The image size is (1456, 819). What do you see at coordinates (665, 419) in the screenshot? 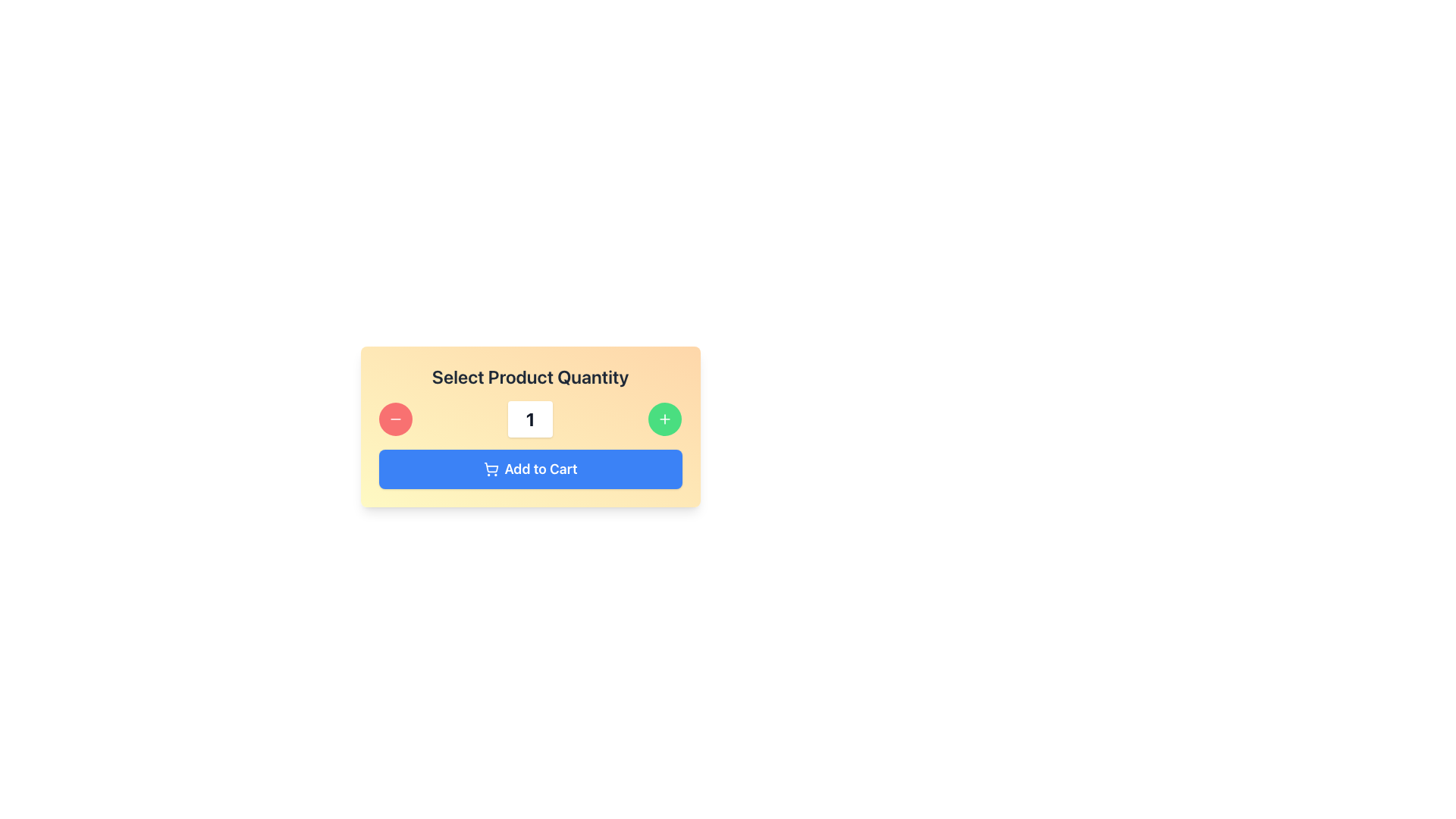
I see `the small circular green button with a white plus sign to increase the quantity` at bounding box center [665, 419].